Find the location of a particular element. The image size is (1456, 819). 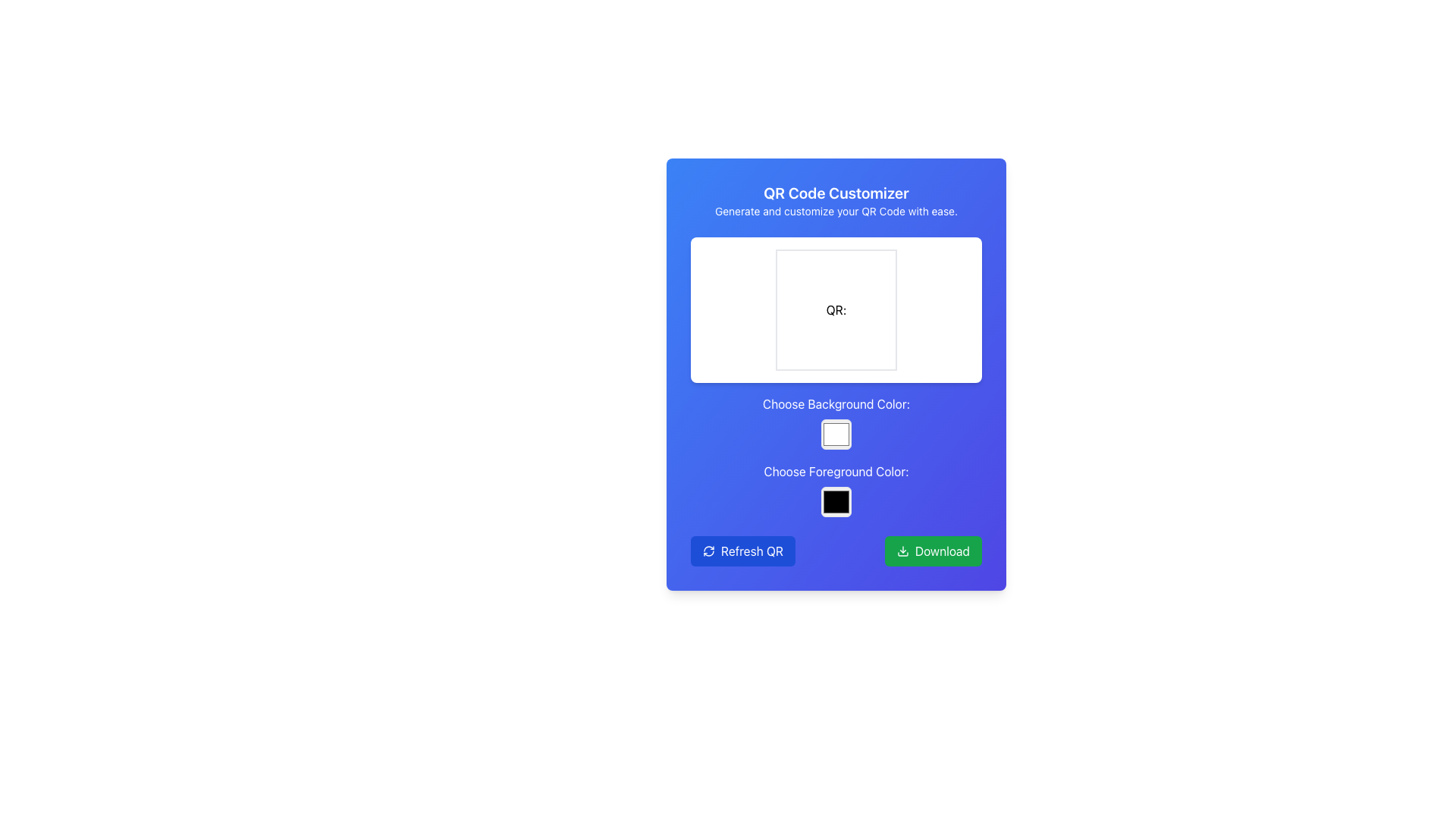

the Text Label element displaying 'Choose Foreground Color:' which is located below the 'Choose Background Color:' label, serving as a descriptor for the color selection box is located at coordinates (836, 470).